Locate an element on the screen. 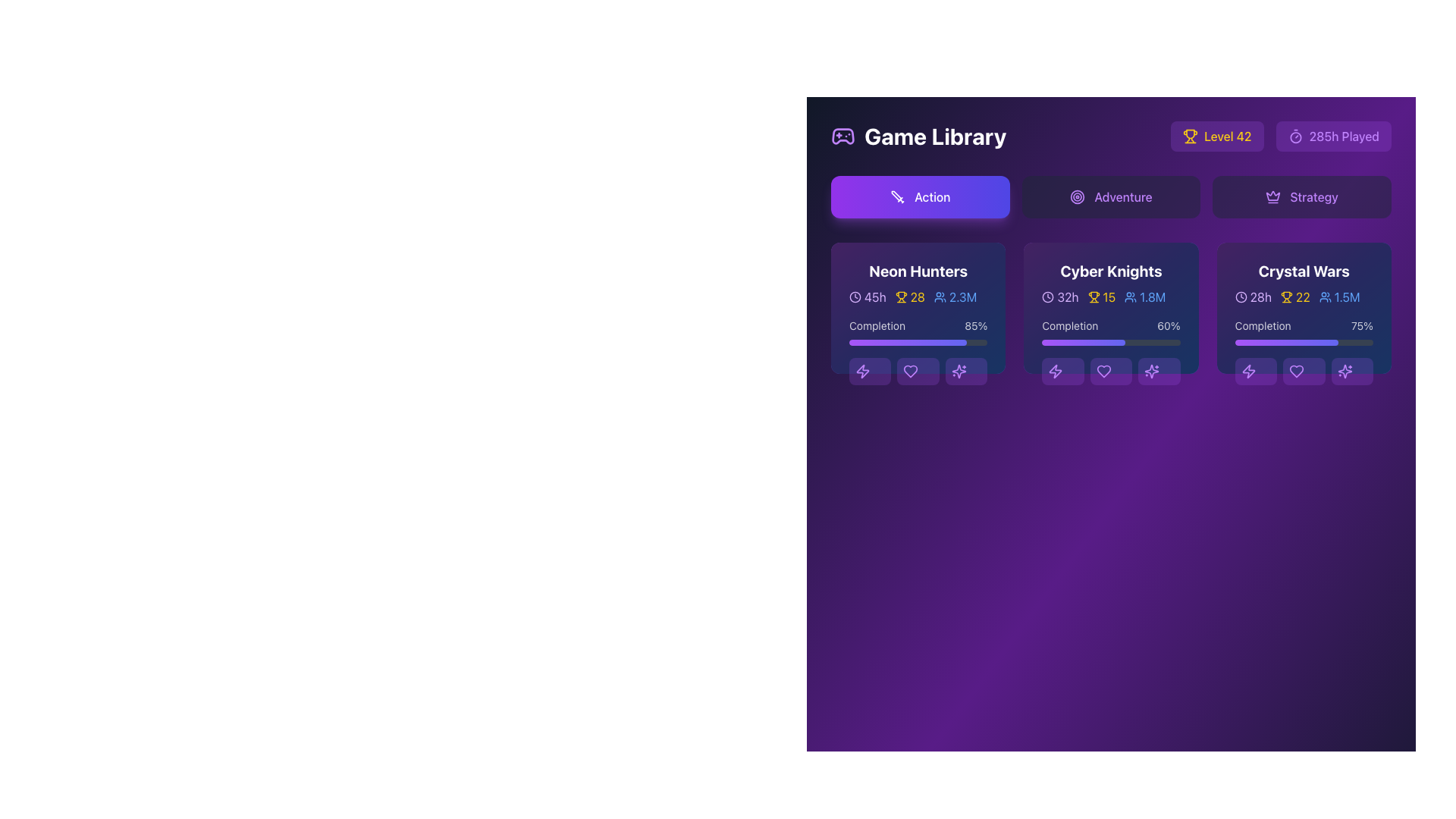 The height and width of the screenshot is (819, 1456). the text label displaying '60%' in white color against a dark blue background, located in the Progress section of the 'Cyber Knights' card, positioned to the far right of the 'Completion' text is located at coordinates (1168, 325).